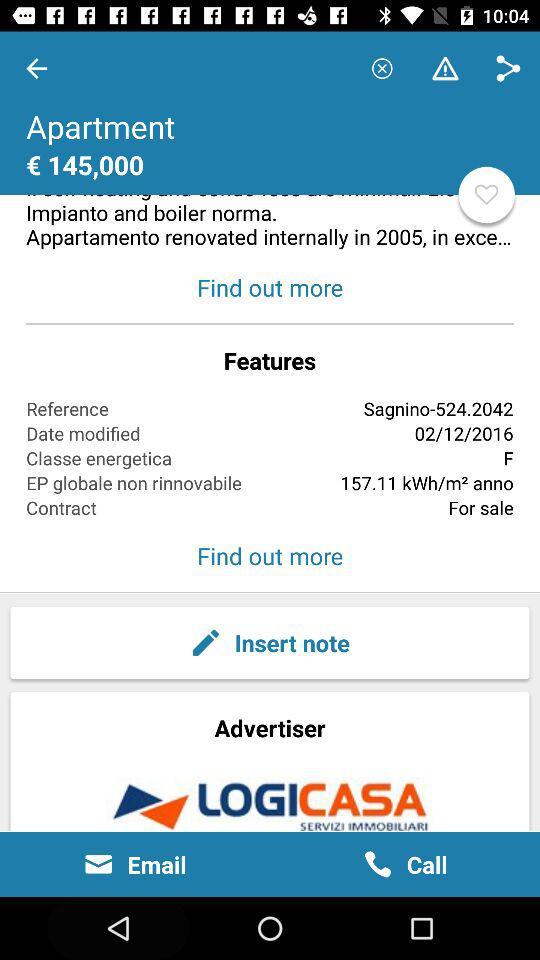 The width and height of the screenshot is (540, 960). What do you see at coordinates (36, 68) in the screenshot?
I see `go back` at bounding box center [36, 68].